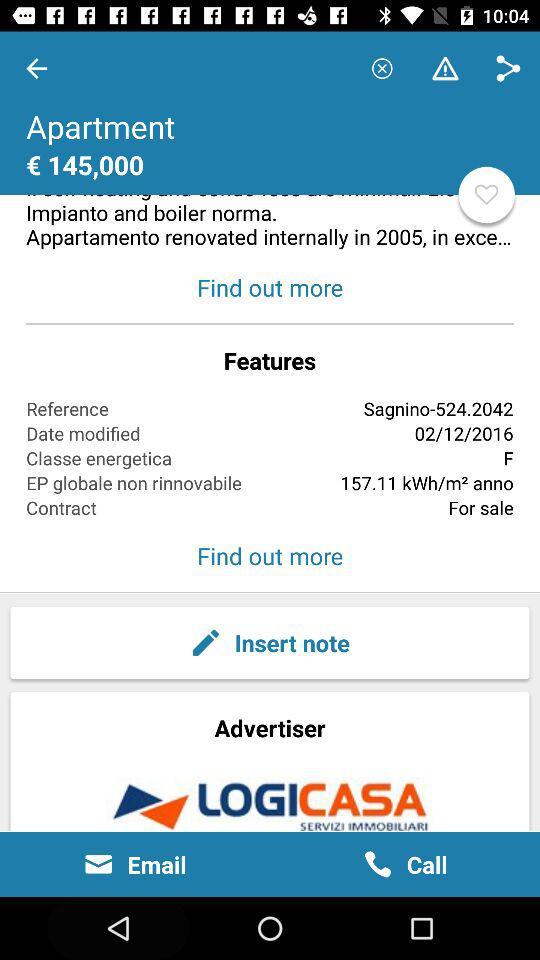 The width and height of the screenshot is (540, 960). What do you see at coordinates (36, 68) in the screenshot?
I see `go back` at bounding box center [36, 68].